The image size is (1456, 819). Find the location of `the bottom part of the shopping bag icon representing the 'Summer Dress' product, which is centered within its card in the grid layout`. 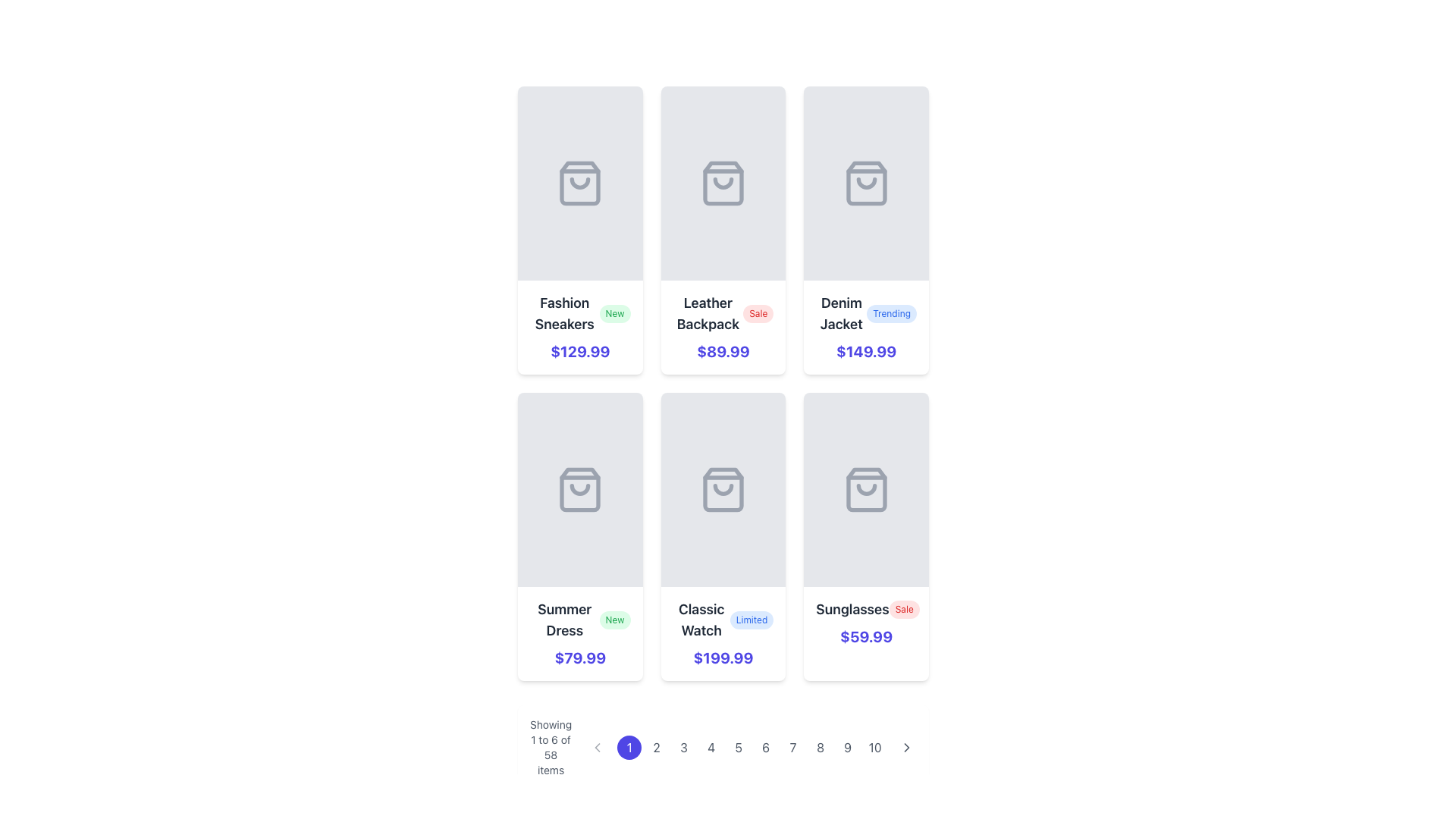

the bottom part of the shopping bag icon representing the 'Summer Dress' product, which is centered within its card in the grid layout is located at coordinates (579, 489).